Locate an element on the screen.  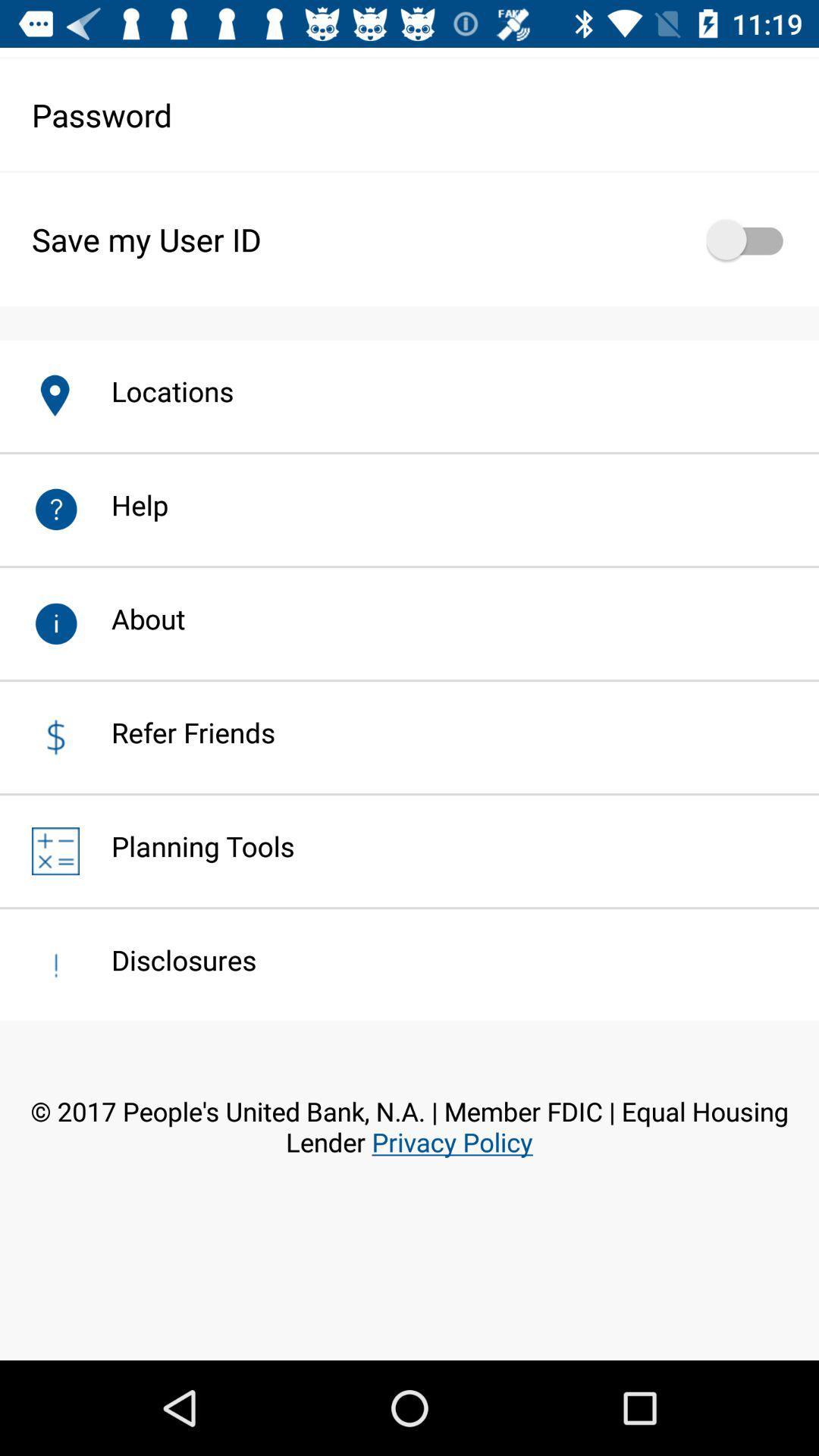
refer friends icon is located at coordinates (177, 732).